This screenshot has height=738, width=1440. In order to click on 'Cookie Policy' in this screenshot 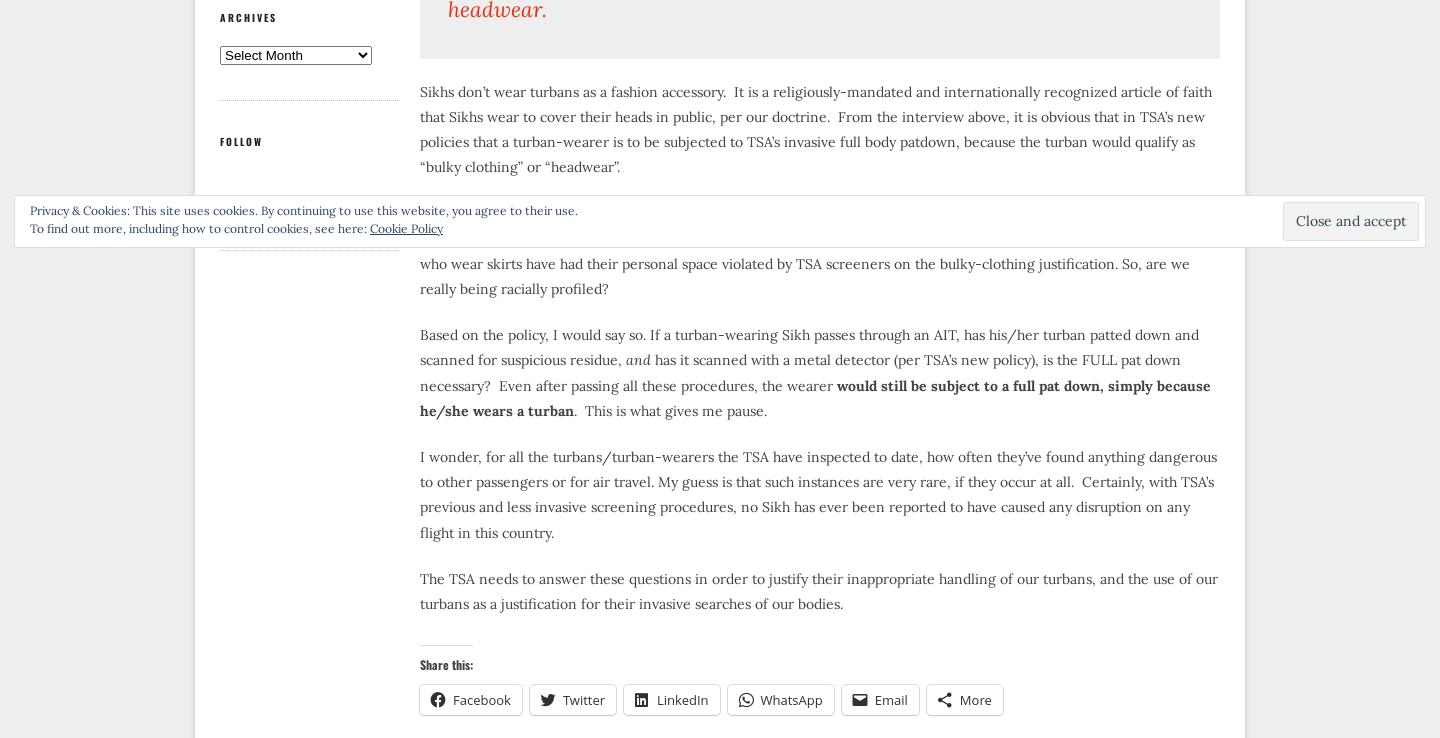, I will do `click(368, 227)`.